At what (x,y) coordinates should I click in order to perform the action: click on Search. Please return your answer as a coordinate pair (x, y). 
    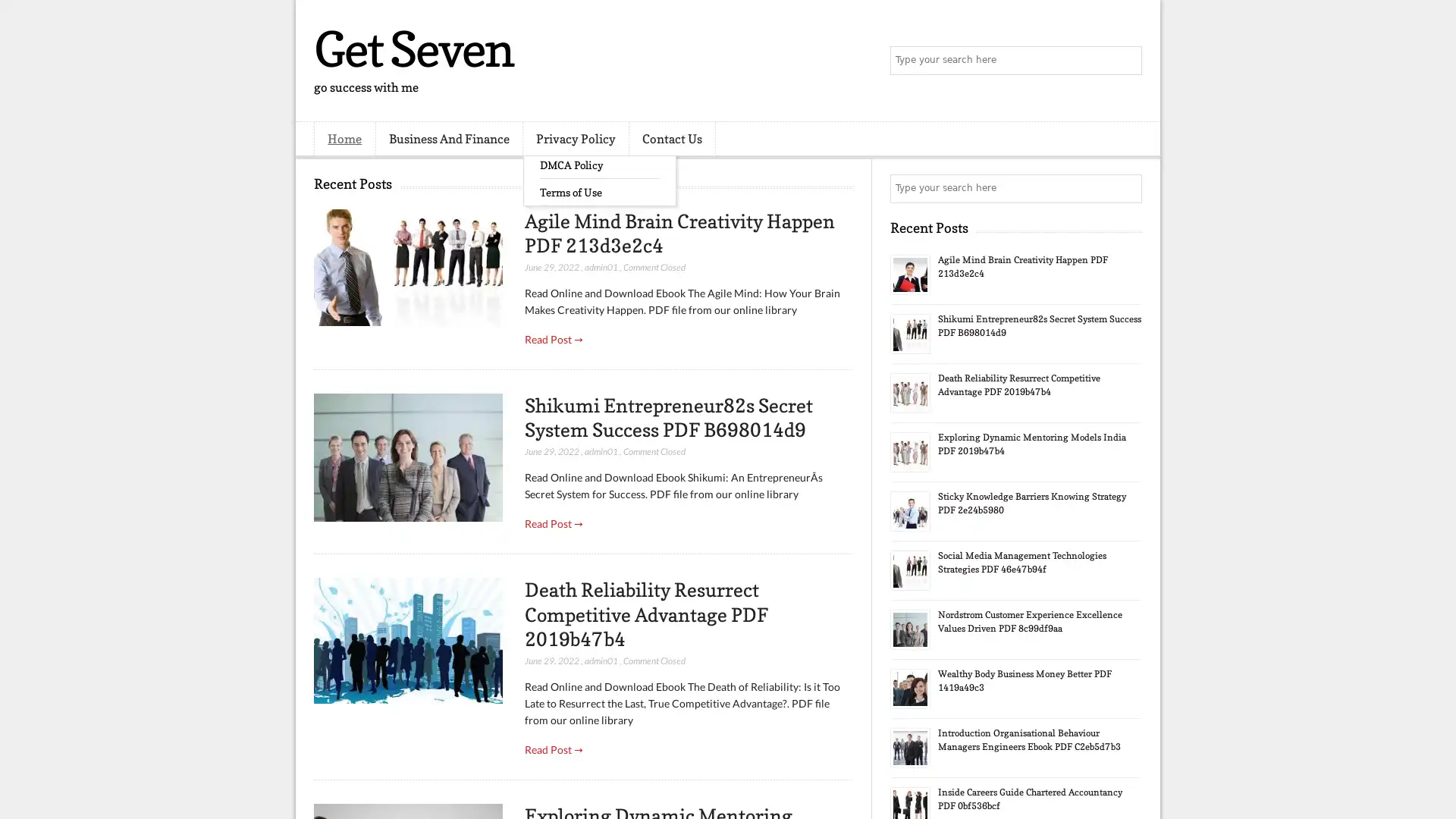
    Looking at the image, I should click on (1126, 188).